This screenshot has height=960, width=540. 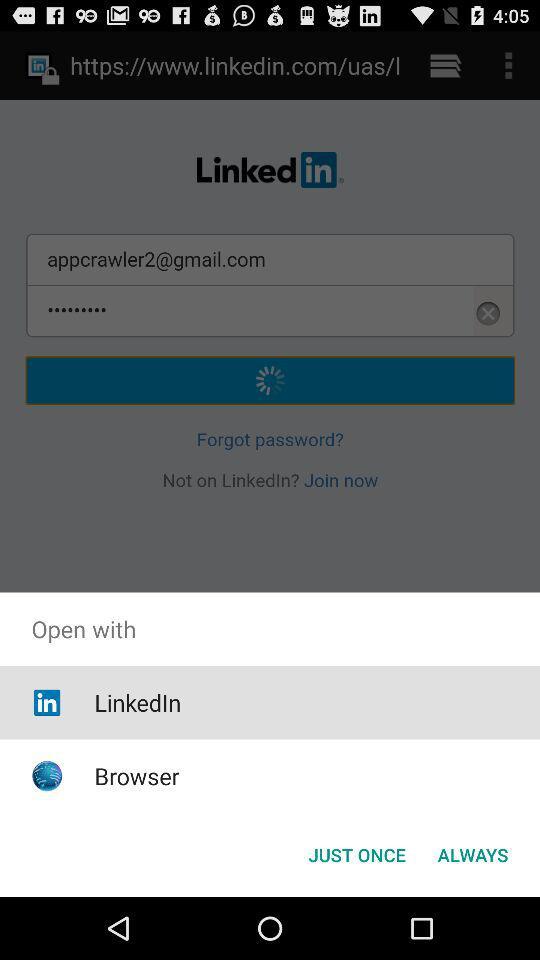 I want to click on the button to the right of just once button, so click(x=472, y=853).